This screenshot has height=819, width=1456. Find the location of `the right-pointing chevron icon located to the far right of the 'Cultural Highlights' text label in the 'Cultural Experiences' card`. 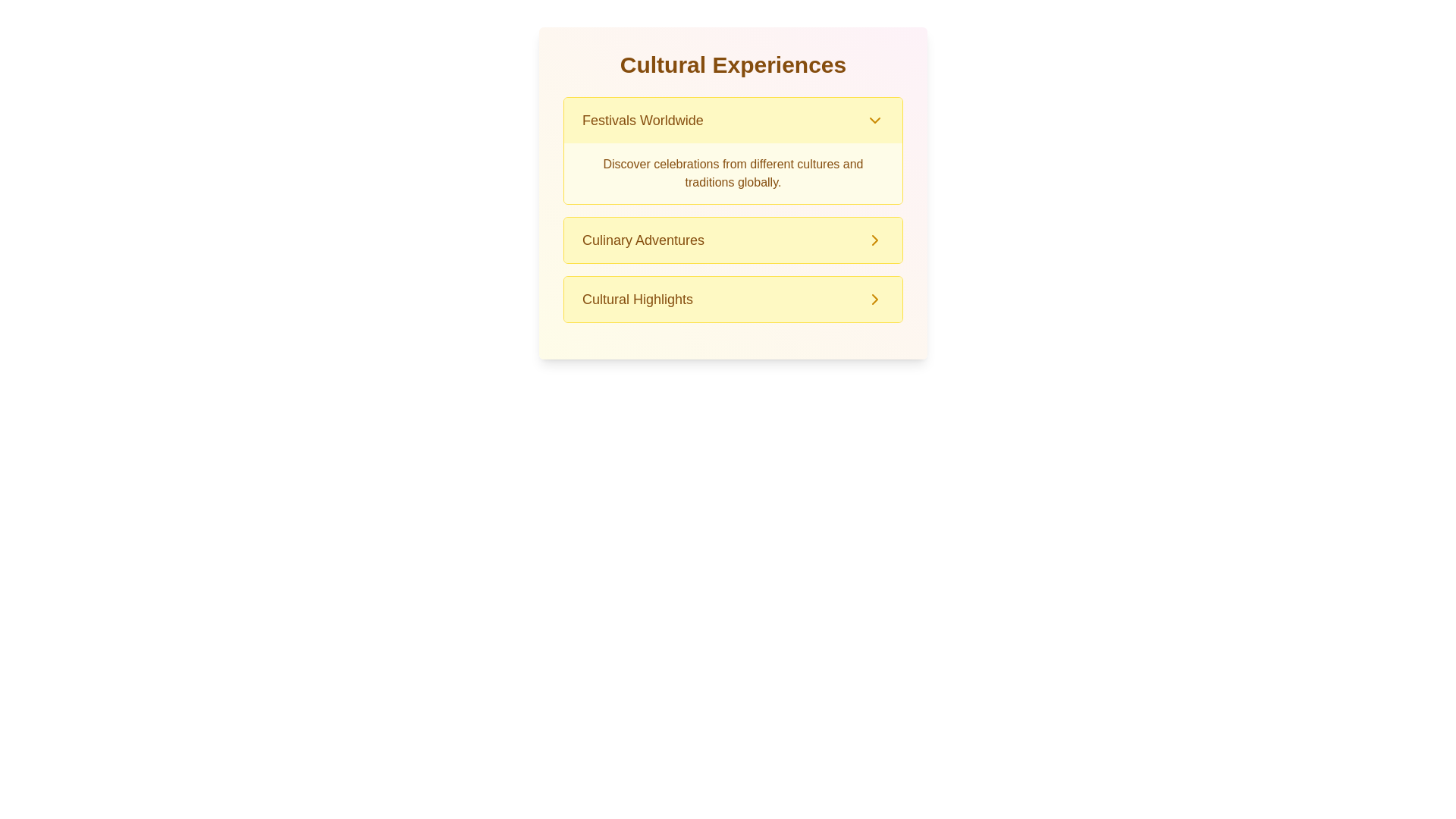

the right-pointing chevron icon located to the far right of the 'Cultural Highlights' text label in the 'Cultural Experiences' card is located at coordinates (874, 299).